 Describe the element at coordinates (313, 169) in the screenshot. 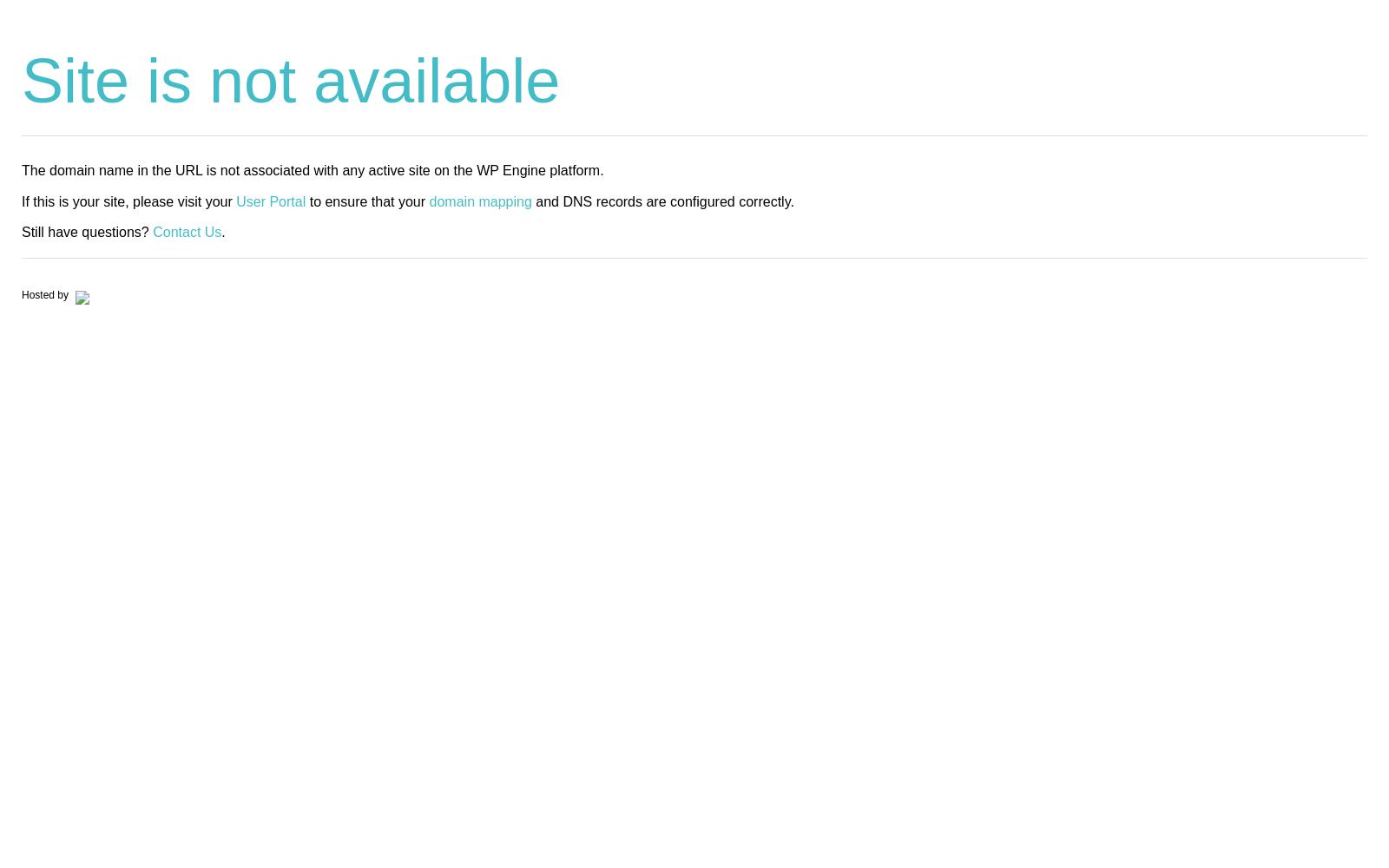

I see `'The domain name in the URL is not associated with any active site on the WP Engine platform.'` at that location.